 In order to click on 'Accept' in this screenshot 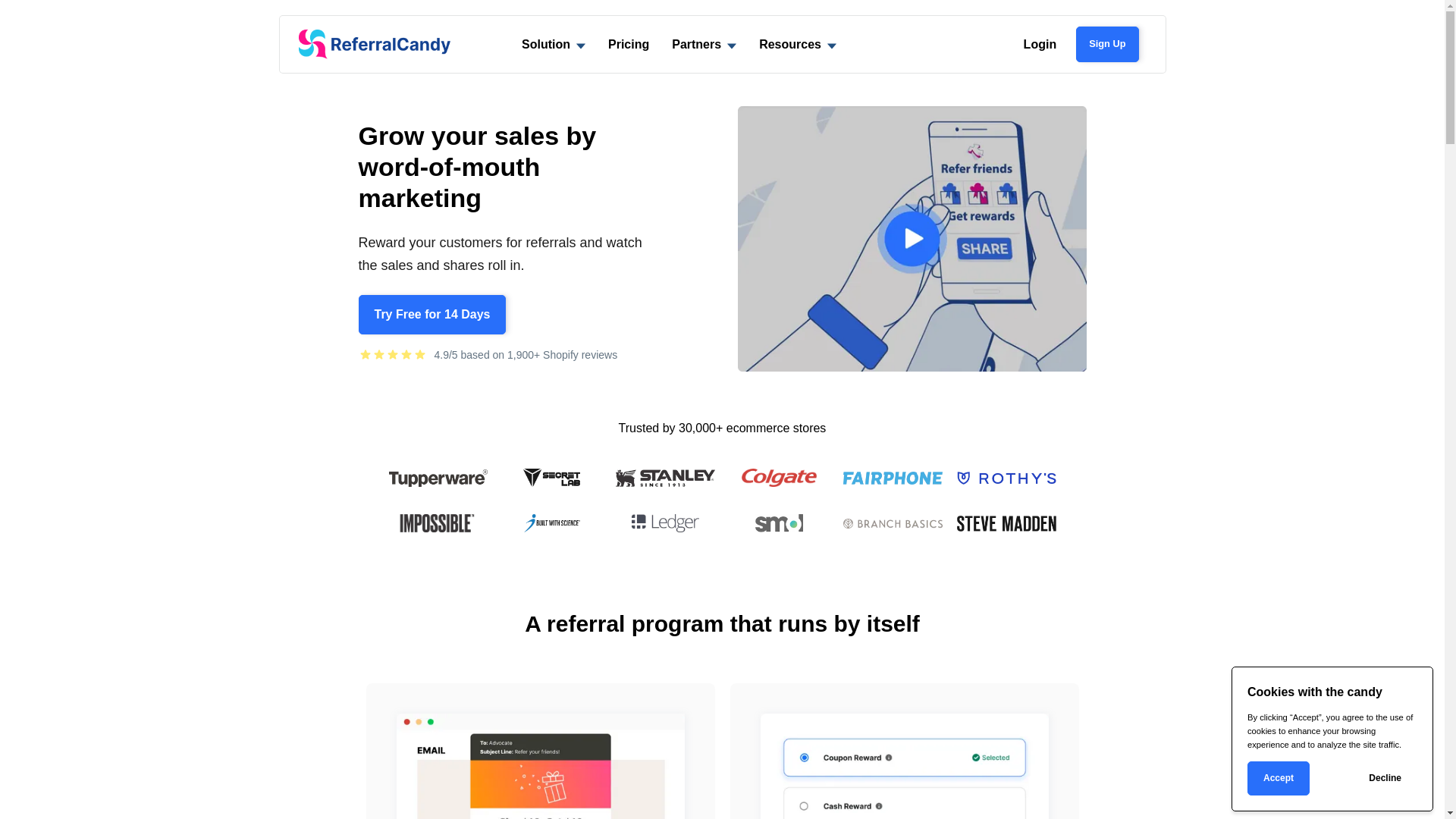, I will do `click(1277, 778)`.